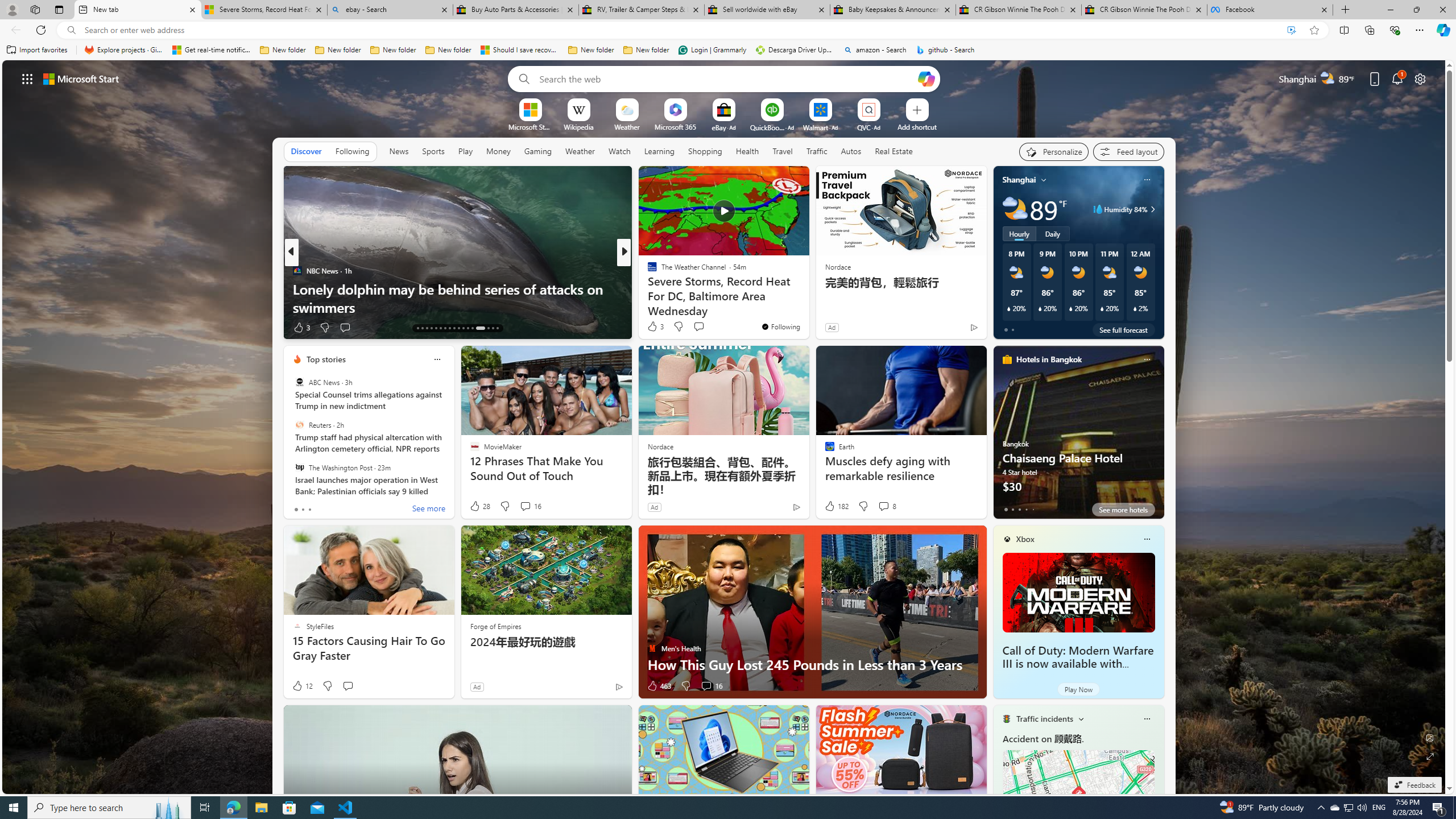 The image size is (1456, 819). What do you see at coordinates (440, 328) in the screenshot?
I see `'AutomationID: tab-18'` at bounding box center [440, 328].